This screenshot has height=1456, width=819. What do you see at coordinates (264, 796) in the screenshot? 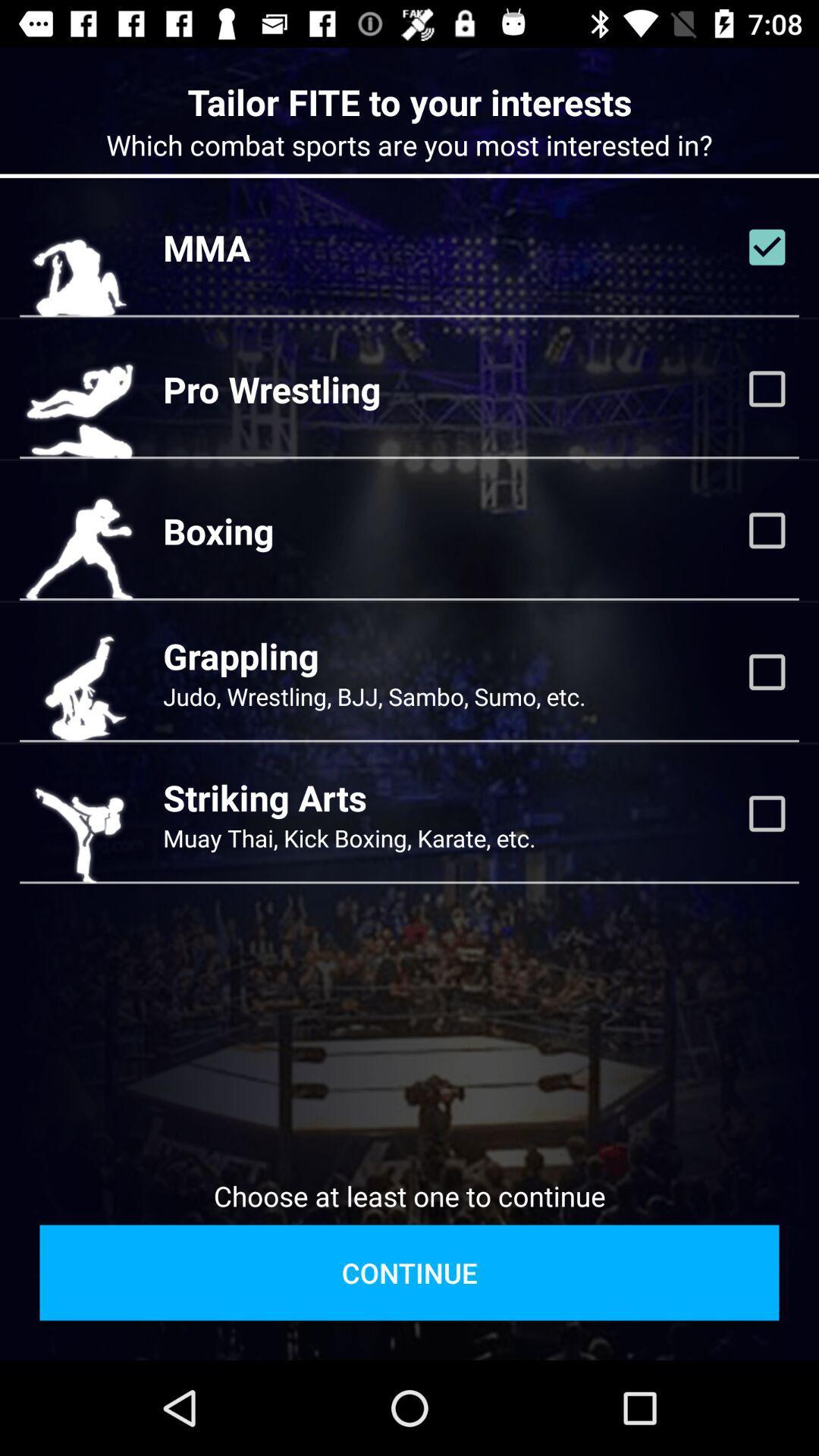
I see `striking arts item` at bounding box center [264, 796].